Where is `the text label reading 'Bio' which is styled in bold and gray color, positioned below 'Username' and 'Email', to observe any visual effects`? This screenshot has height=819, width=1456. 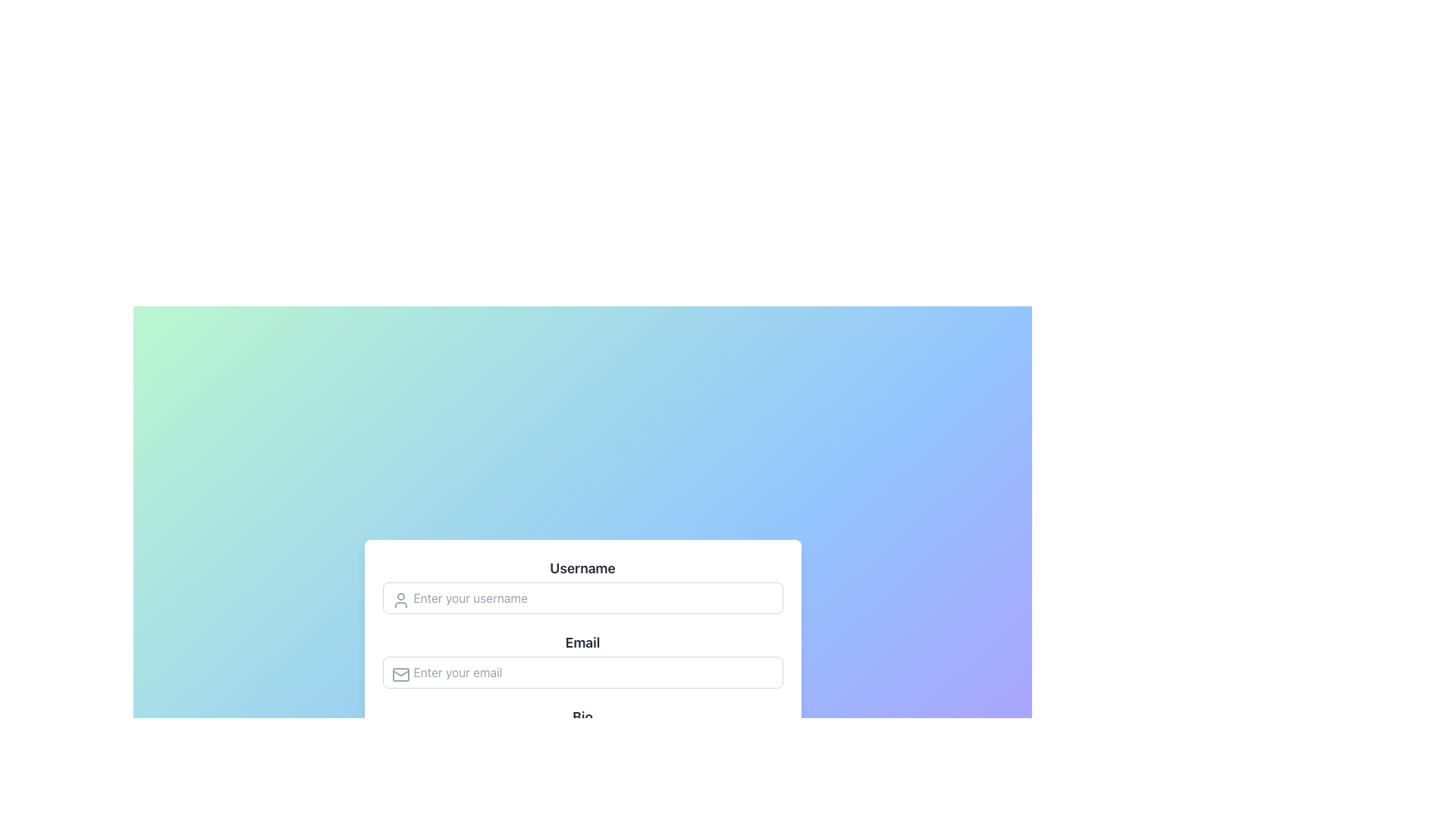 the text label reading 'Bio' which is styled in bold and gray color, positioned below 'Username' and 'Email', to observe any visual effects is located at coordinates (582, 717).